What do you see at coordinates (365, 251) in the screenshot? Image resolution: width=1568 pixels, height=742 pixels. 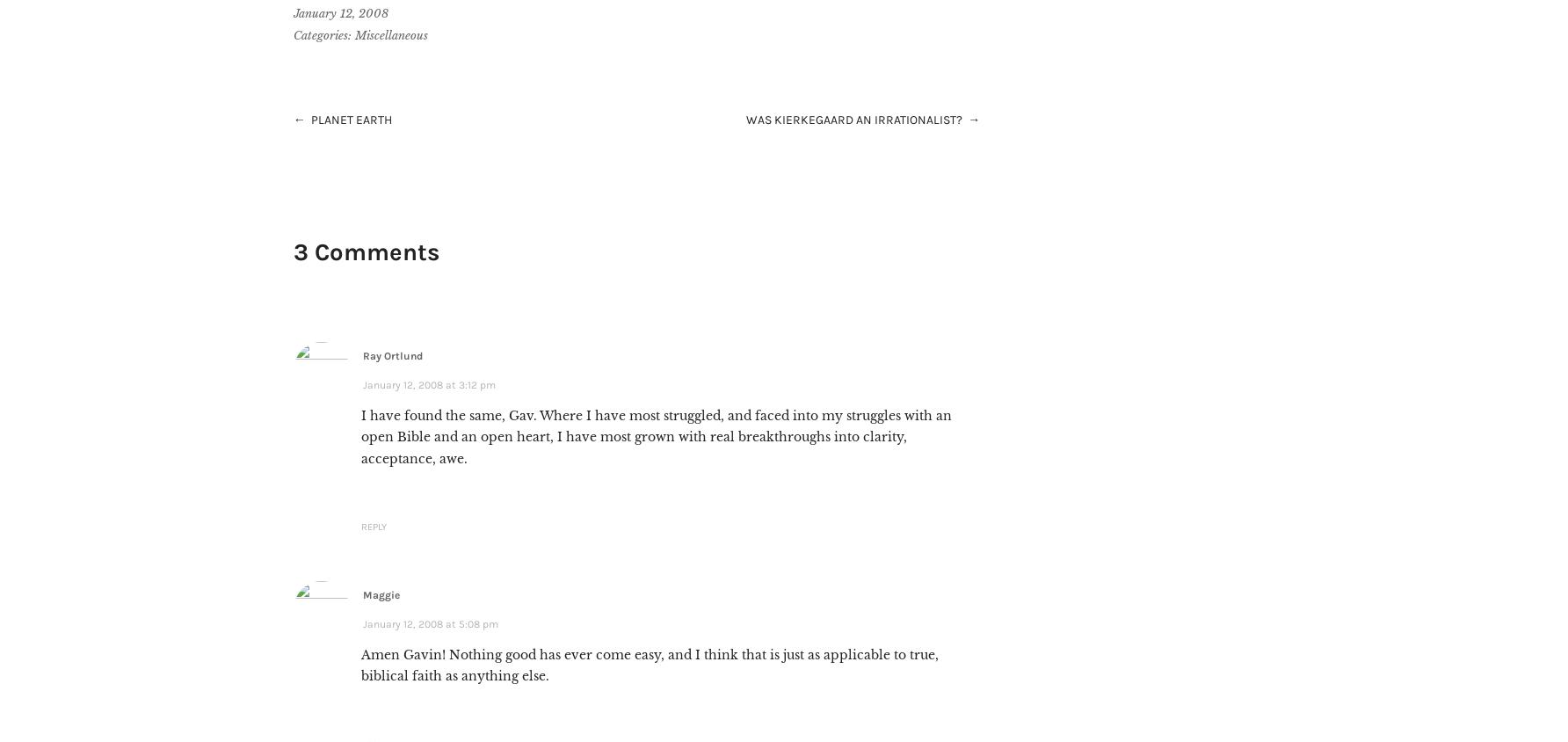 I see `'3 Comments'` at bounding box center [365, 251].